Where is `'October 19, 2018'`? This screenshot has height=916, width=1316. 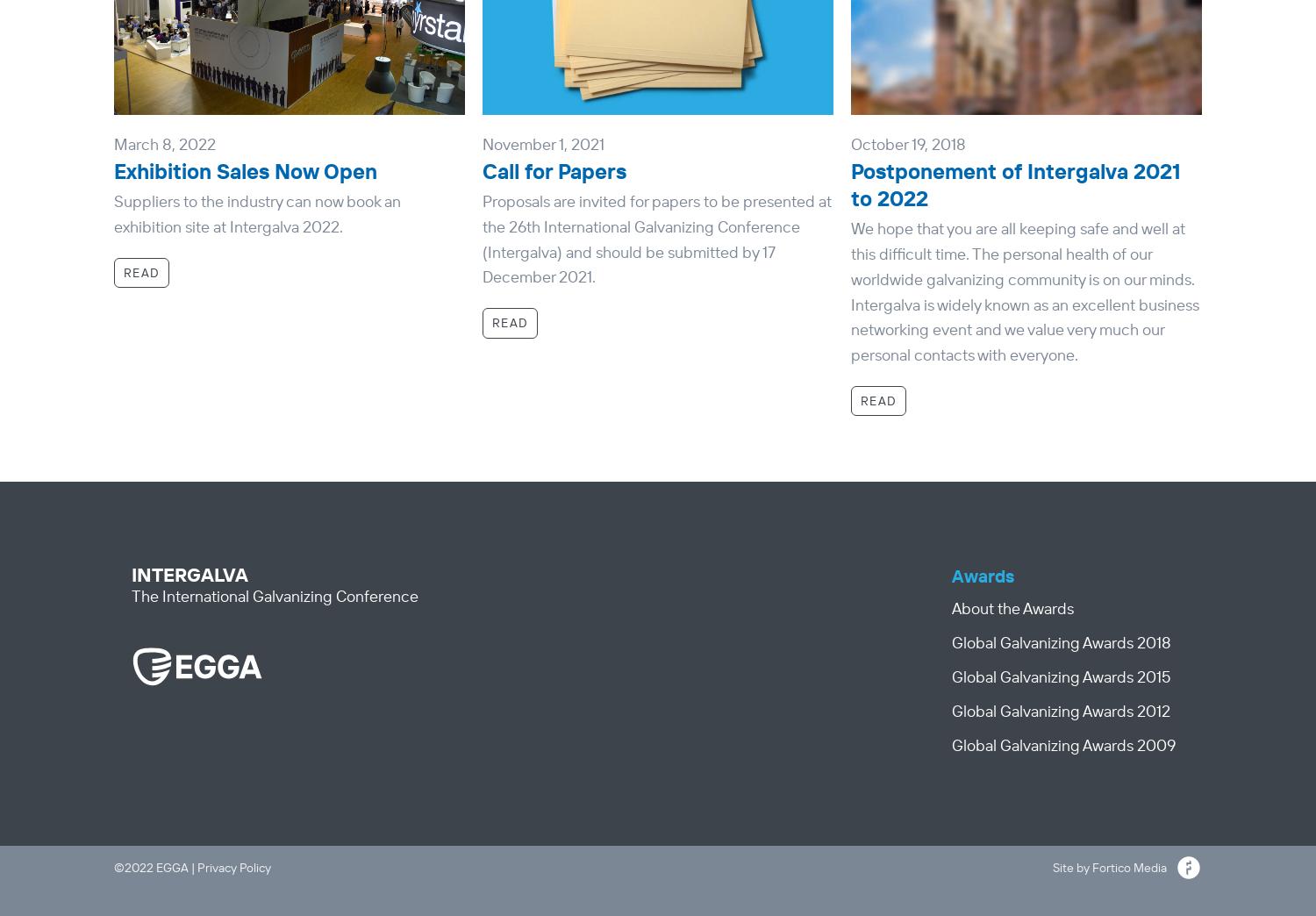 'October 19, 2018' is located at coordinates (850, 143).